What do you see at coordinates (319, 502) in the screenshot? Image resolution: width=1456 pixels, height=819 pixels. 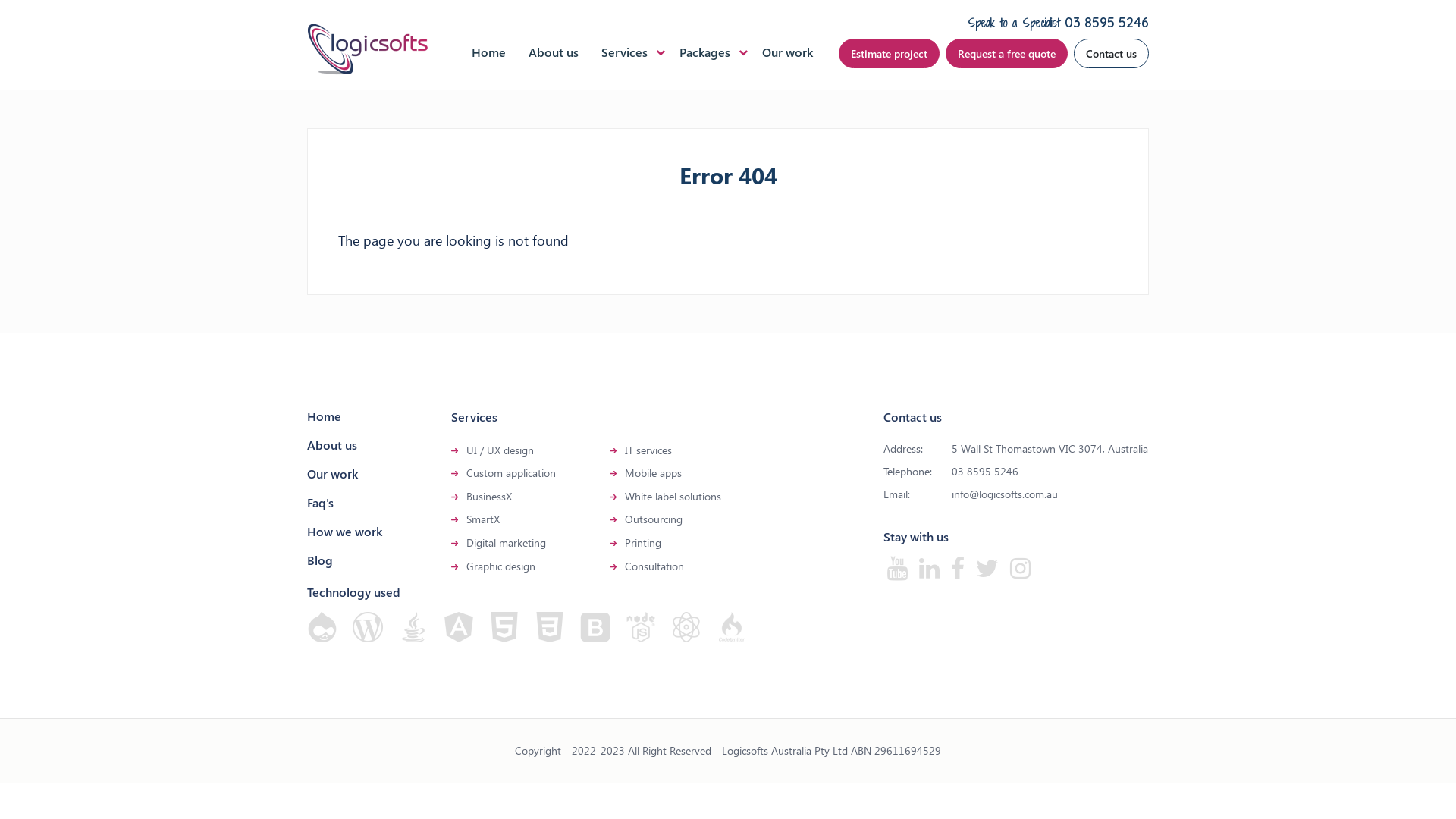 I see `'Faq's'` at bounding box center [319, 502].